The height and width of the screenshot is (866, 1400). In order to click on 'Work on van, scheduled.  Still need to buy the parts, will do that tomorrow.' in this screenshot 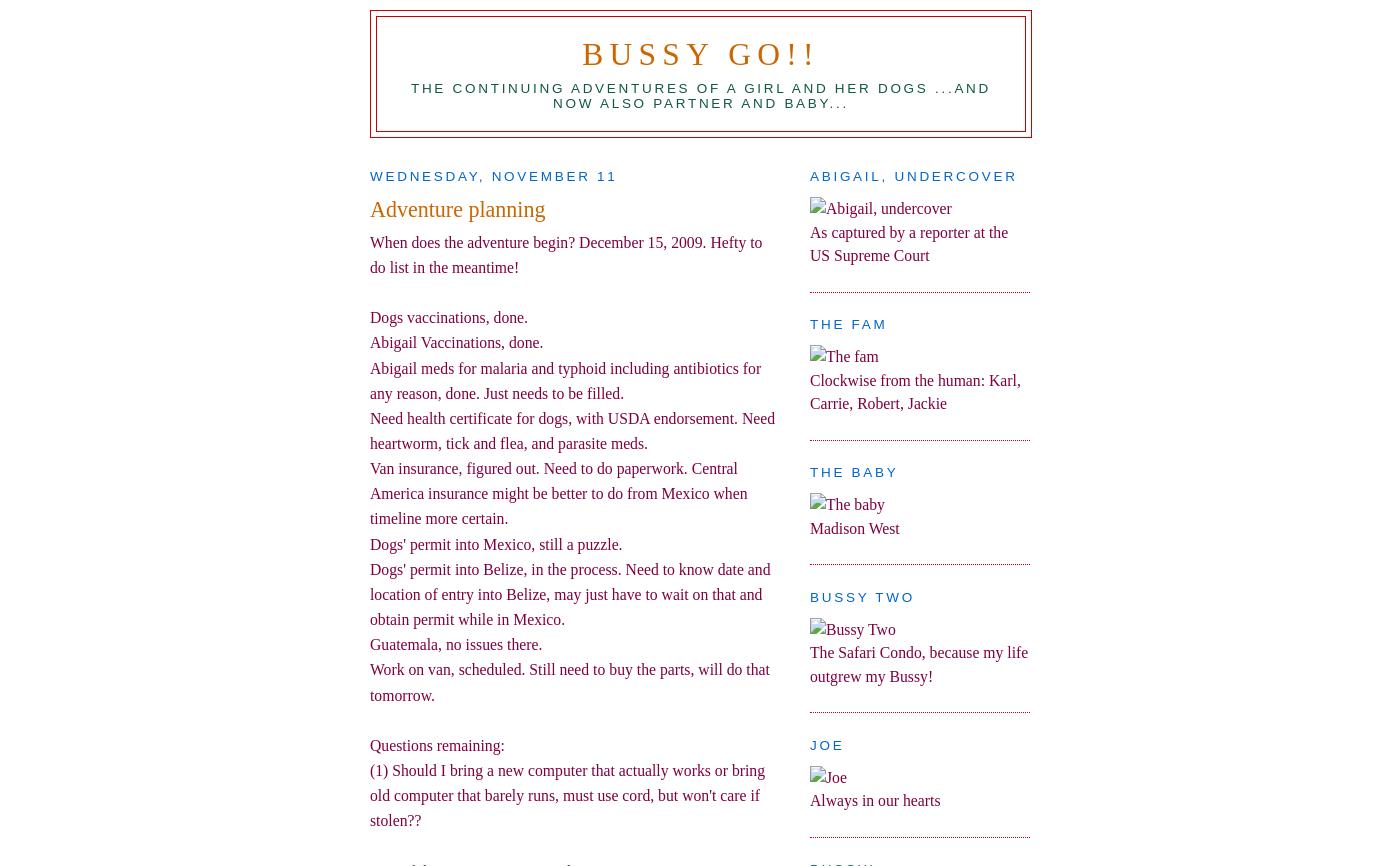, I will do `click(370, 680)`.